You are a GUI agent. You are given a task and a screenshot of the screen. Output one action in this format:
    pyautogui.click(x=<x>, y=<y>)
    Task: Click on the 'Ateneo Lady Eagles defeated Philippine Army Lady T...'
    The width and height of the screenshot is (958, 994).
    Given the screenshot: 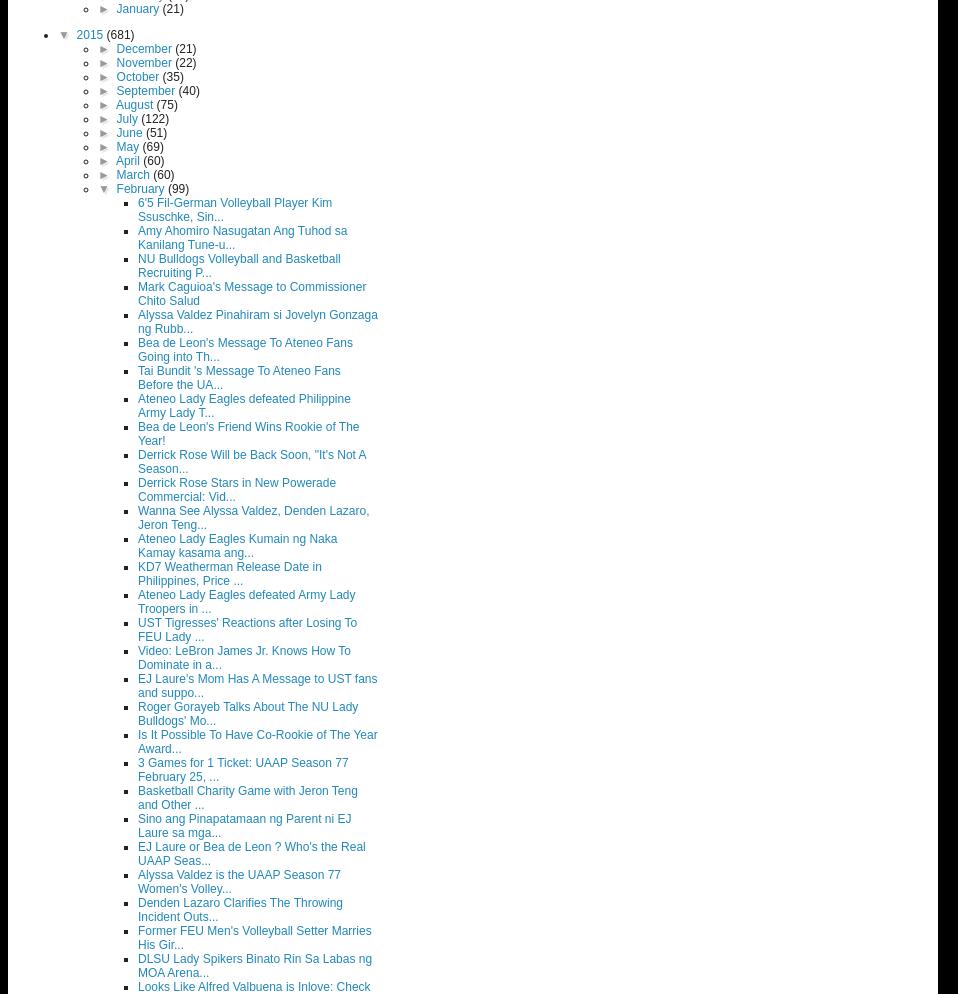 What is the action you would take?
    pyautogui.click(x=244, y=405)
    